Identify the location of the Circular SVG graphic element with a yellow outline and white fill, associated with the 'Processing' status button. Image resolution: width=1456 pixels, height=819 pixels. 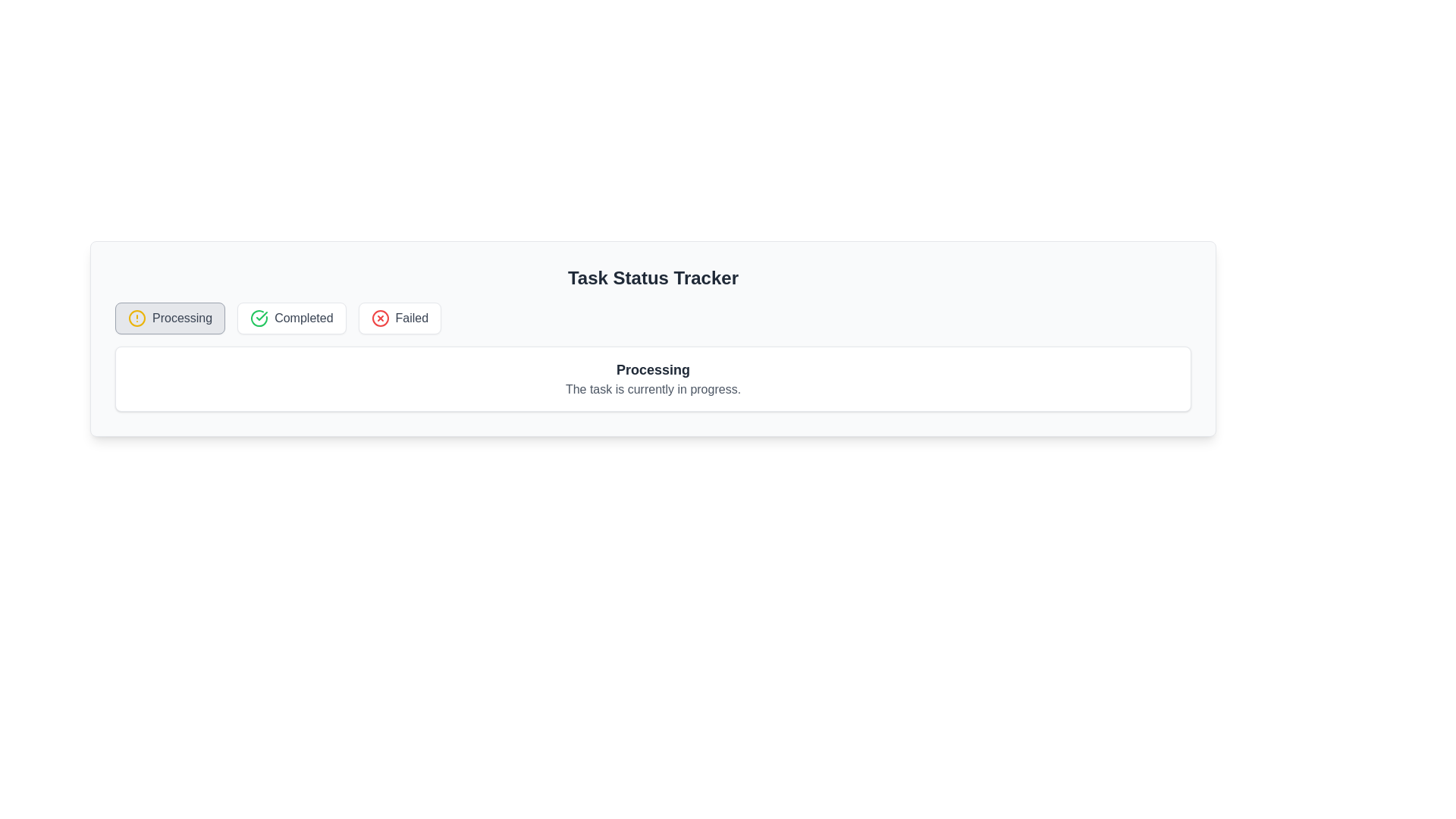
(137, 318).